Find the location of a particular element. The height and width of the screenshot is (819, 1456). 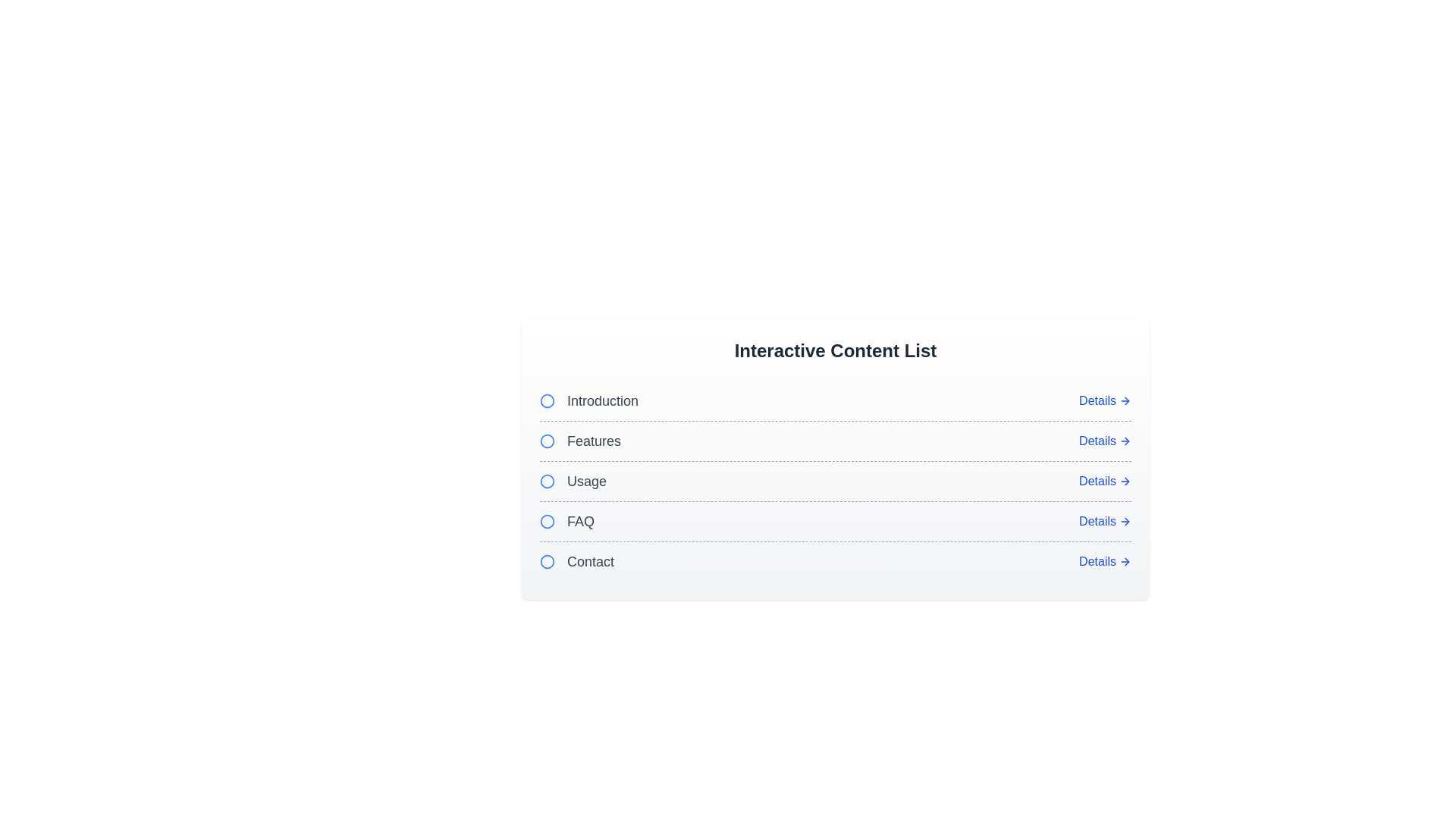

text label that represents the third item in a vertical list, which is positioned next to a blue circle icon is located at coordinates (585, 482).